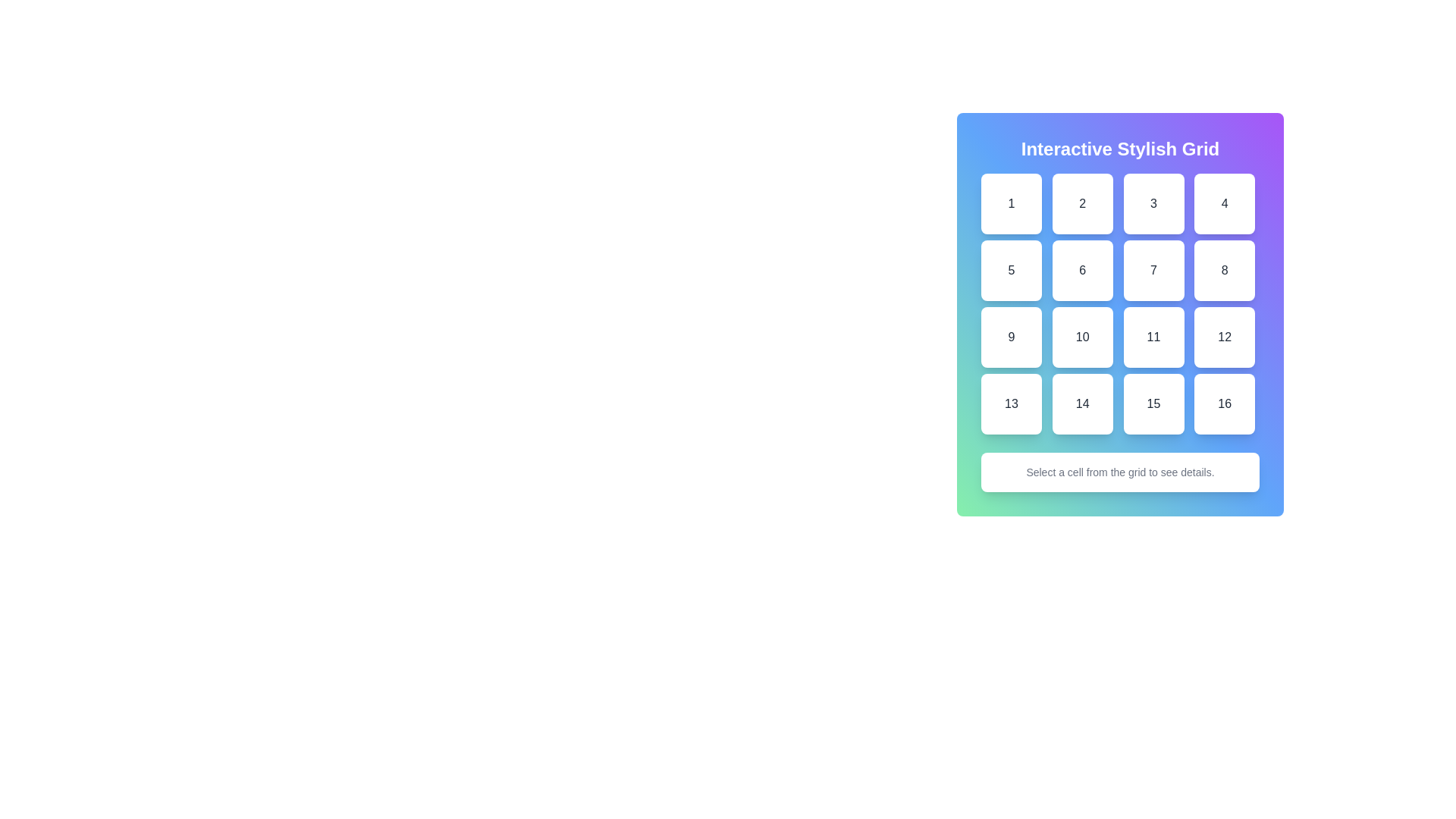  What do you see at coordinates (1120, 304) in the screenshot?
I see `a cell within the Interactive grid layout` at bounding box center [1120, 304].